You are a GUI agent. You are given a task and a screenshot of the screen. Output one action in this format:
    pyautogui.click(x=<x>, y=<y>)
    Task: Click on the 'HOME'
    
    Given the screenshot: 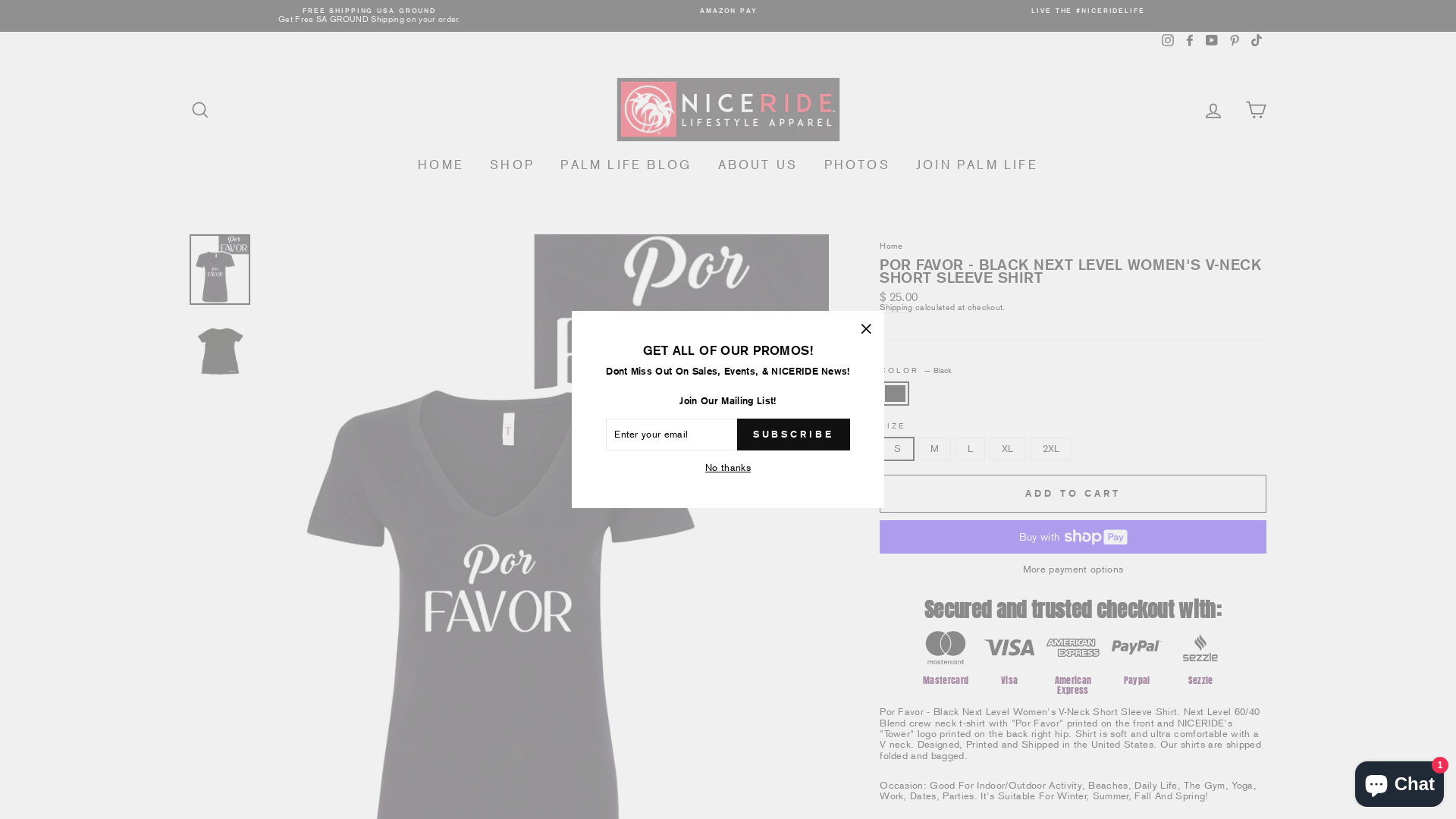 What is the action you would take?
    pyautogui.click(x=440, y=165)
    